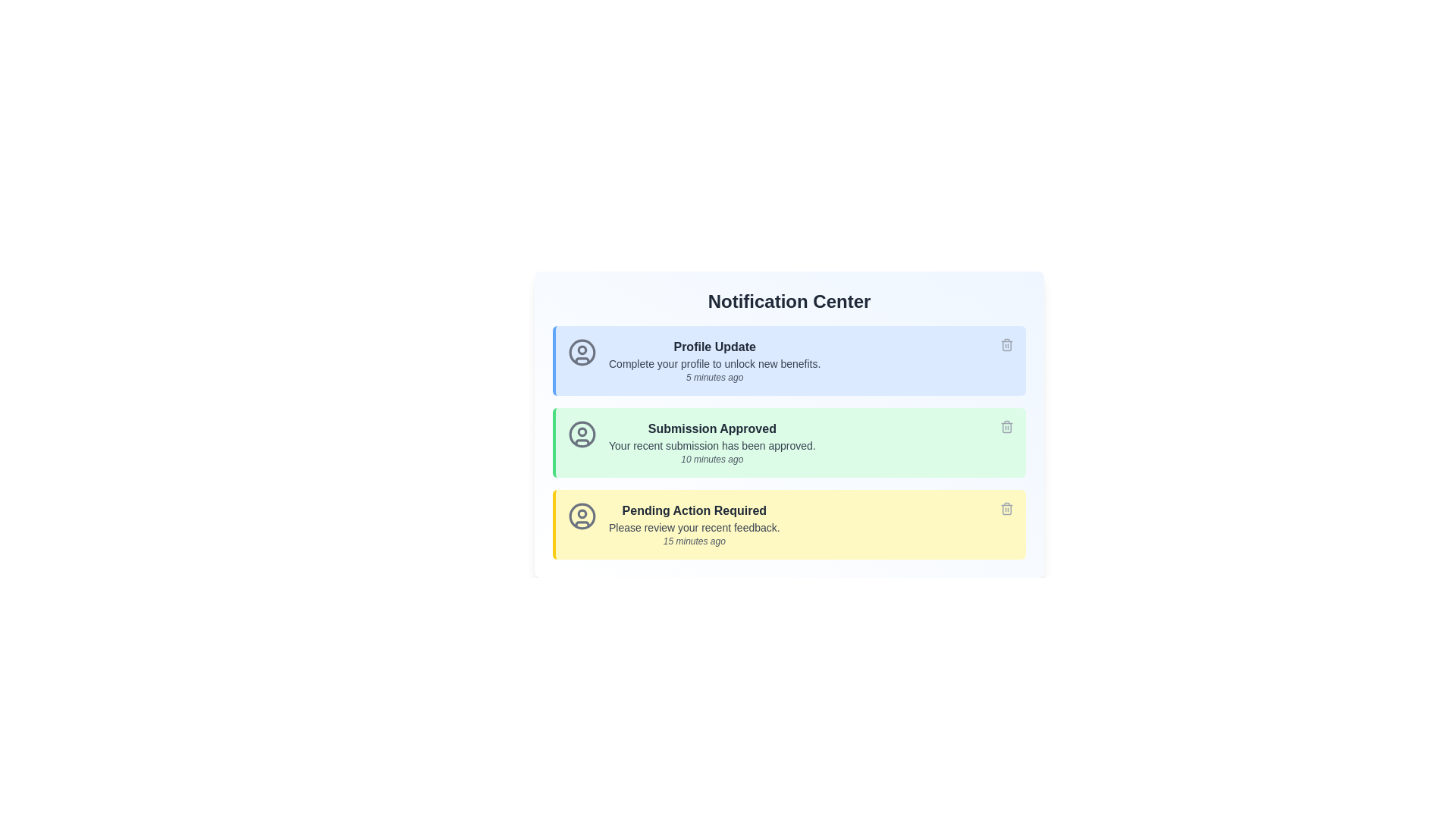  Describe the element at coordinates (582, 435) in the screenshot. I see `the user account Icon located within the green notification box that contains the text 'Submission Approved', specifically positioned at the center-left part of the box, just to the left of the text content` at that location.